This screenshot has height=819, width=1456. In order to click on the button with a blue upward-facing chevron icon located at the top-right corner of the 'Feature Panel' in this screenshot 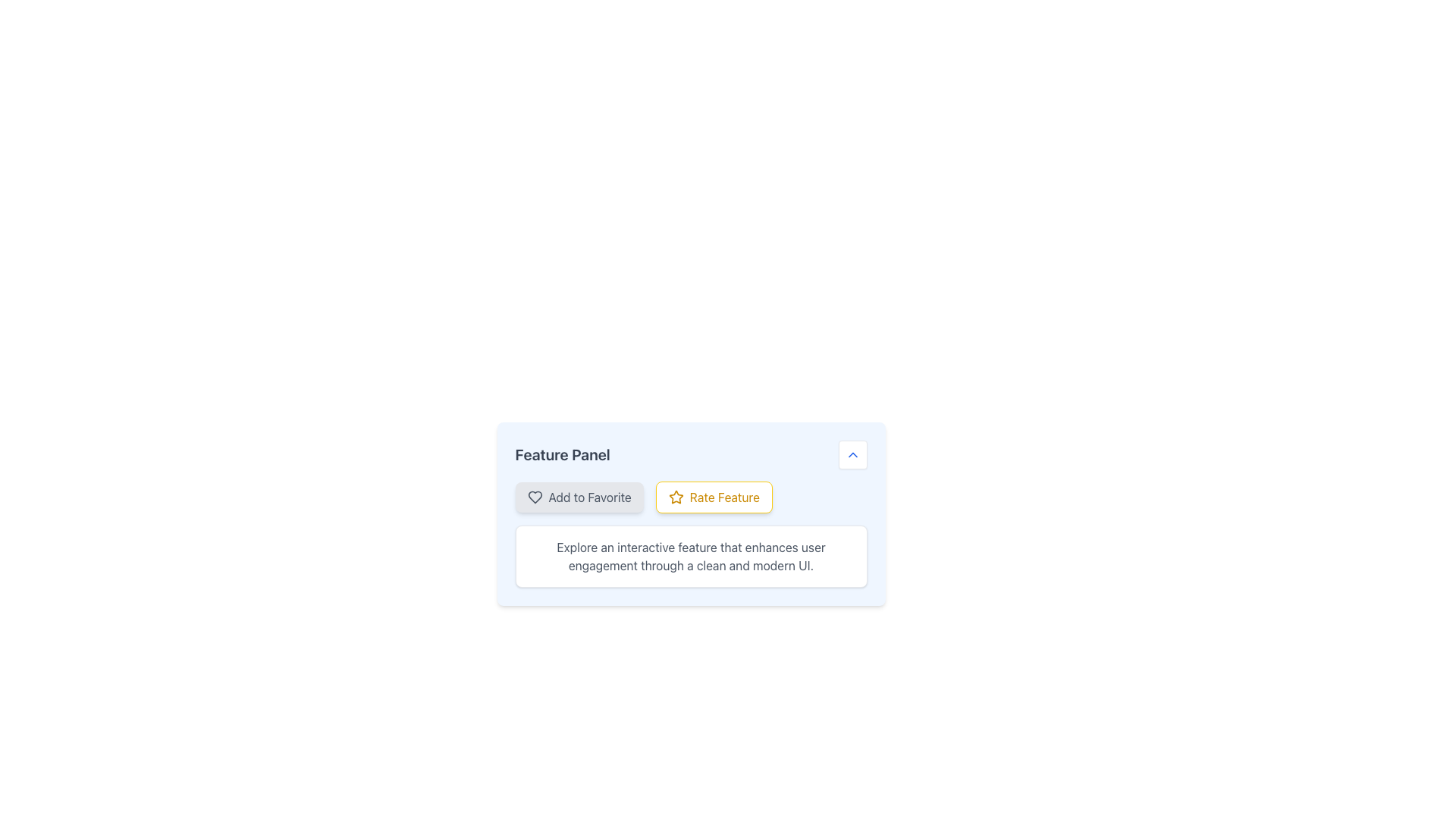, I will do `click(852, 454)`.